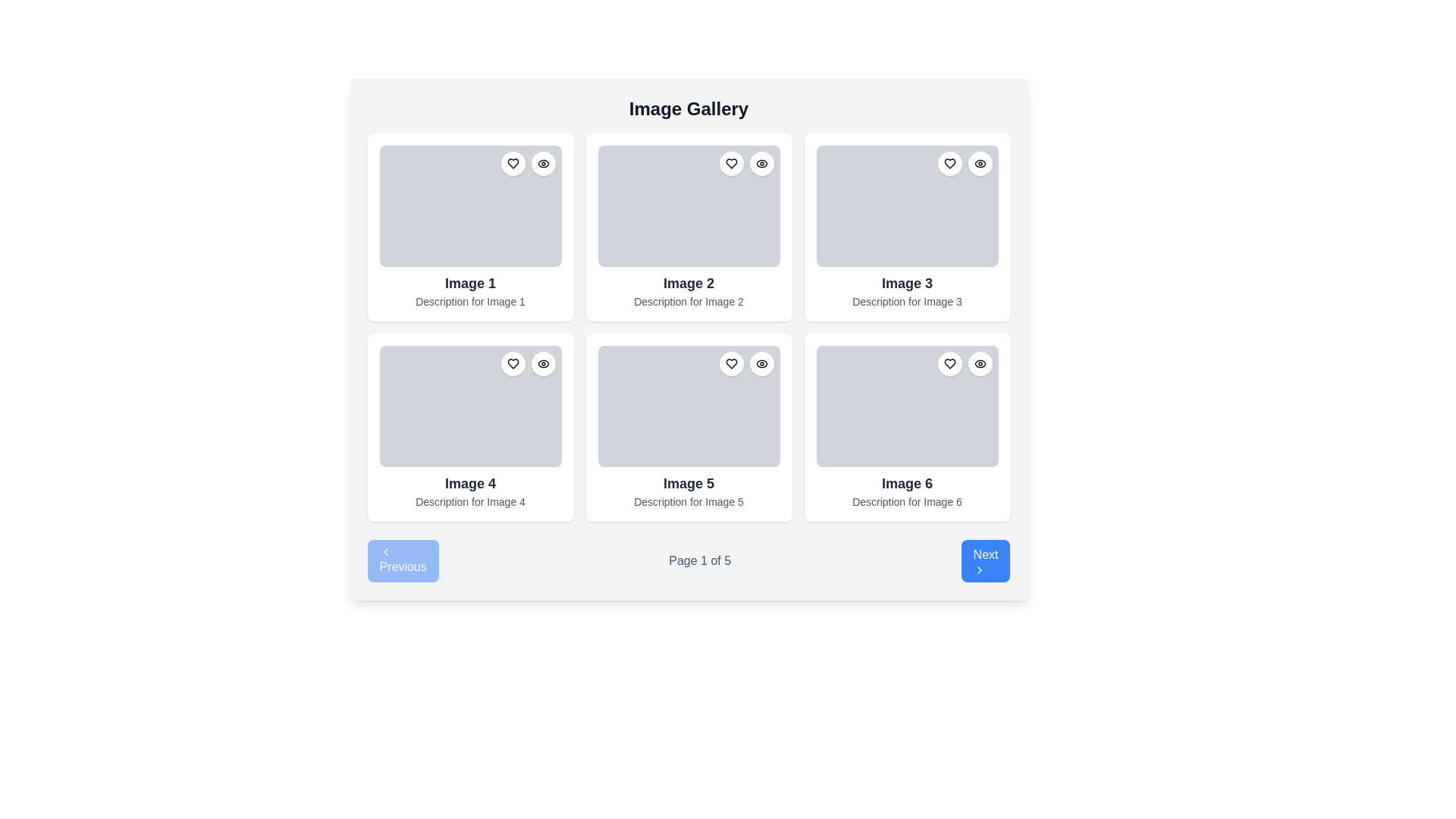 This screenshot has width=1456, height=819. Describe the element at coordinates (949, 363) in the screenshot. I see `the like/favorite icon located in the top-right corner of 'Image 6'` at that location.